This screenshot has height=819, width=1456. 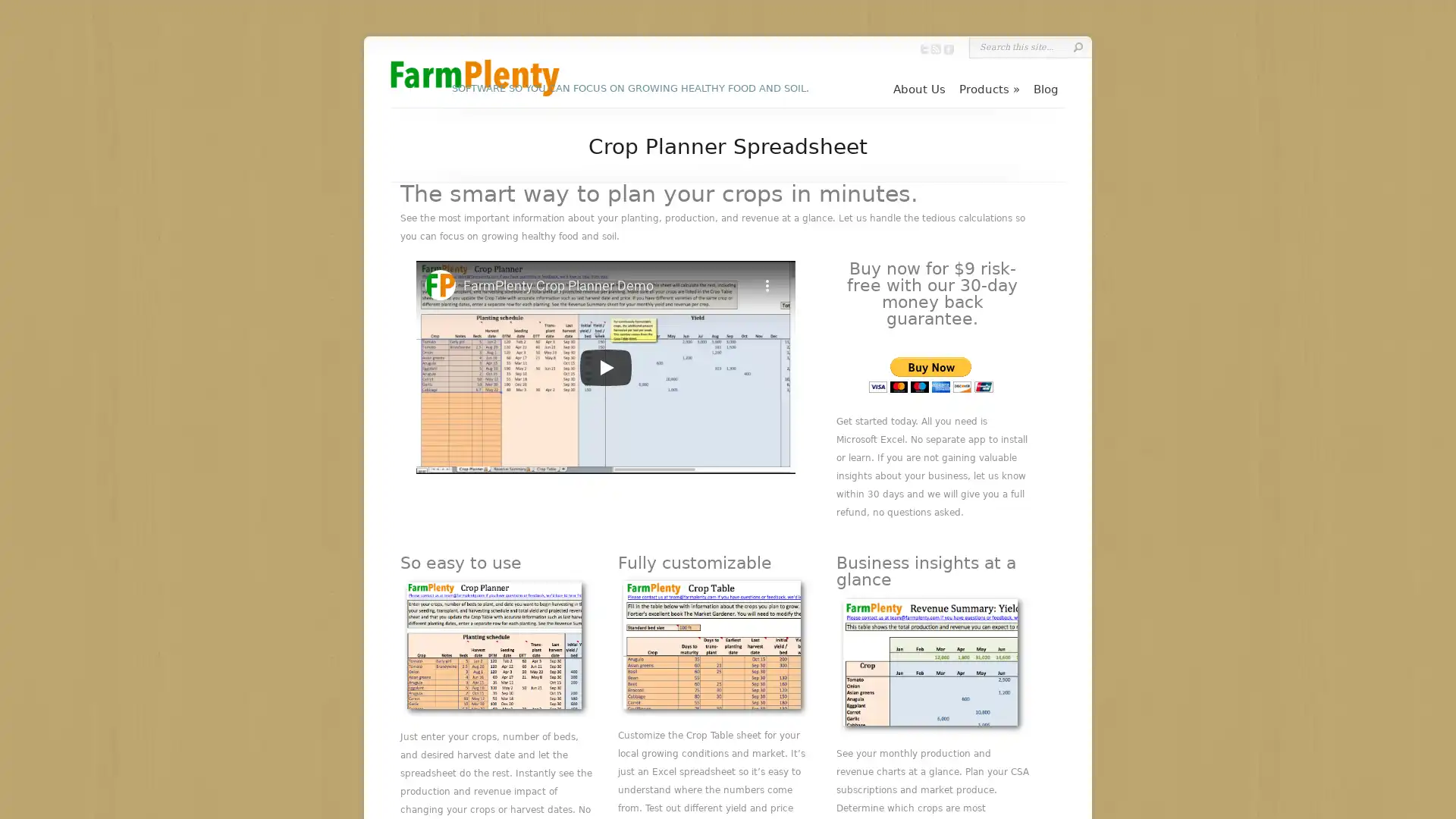 I want to click on PayPal - The safer, easier way to pay online!, so click(x=929, y=375).